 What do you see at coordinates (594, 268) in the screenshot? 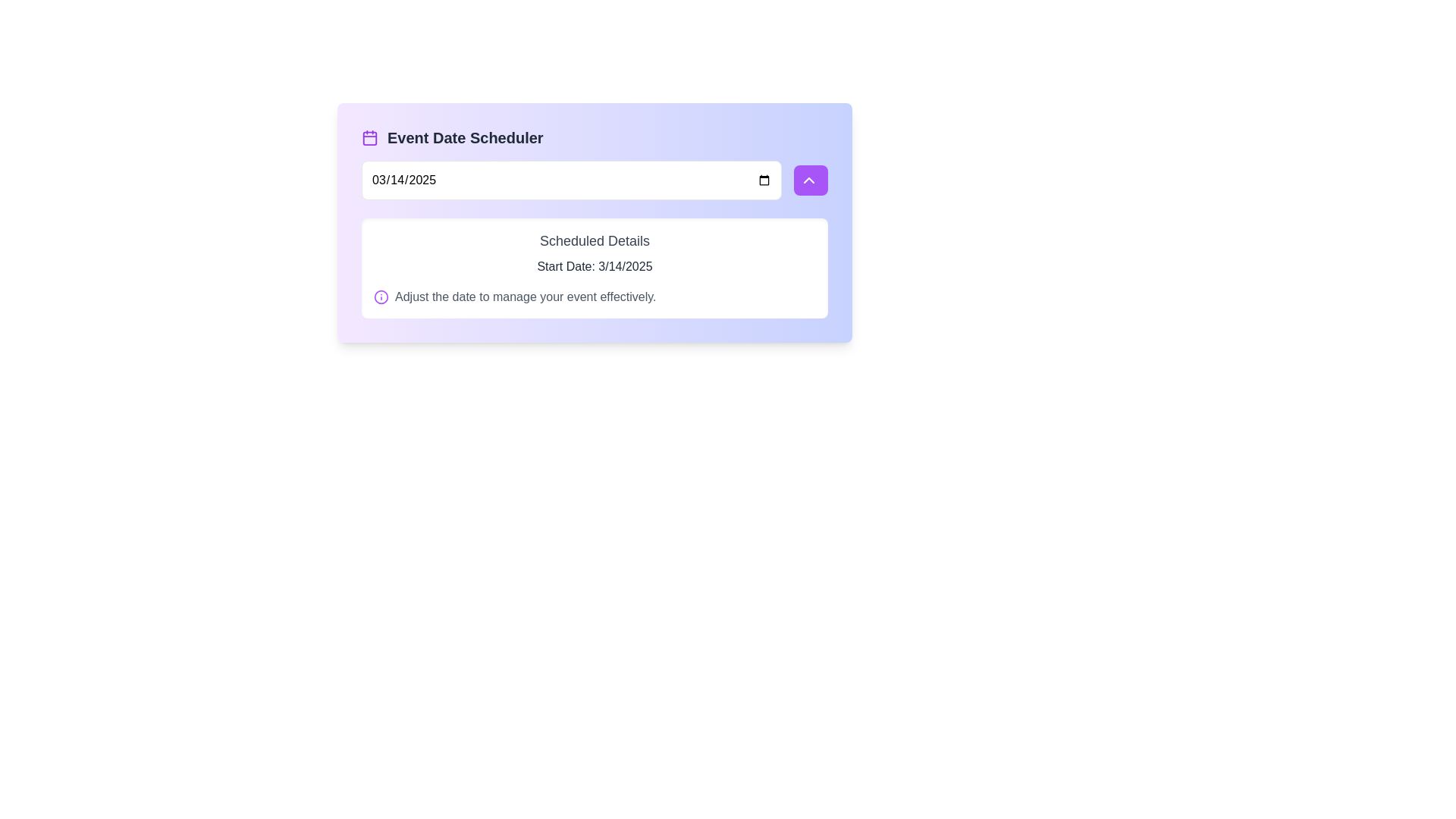
I see `the Informational text box displaying 'Scheduled Details' with a white background, located below the date input field within a card that has a gradient purple-to-indigo background` at bounding box center [594, 268].